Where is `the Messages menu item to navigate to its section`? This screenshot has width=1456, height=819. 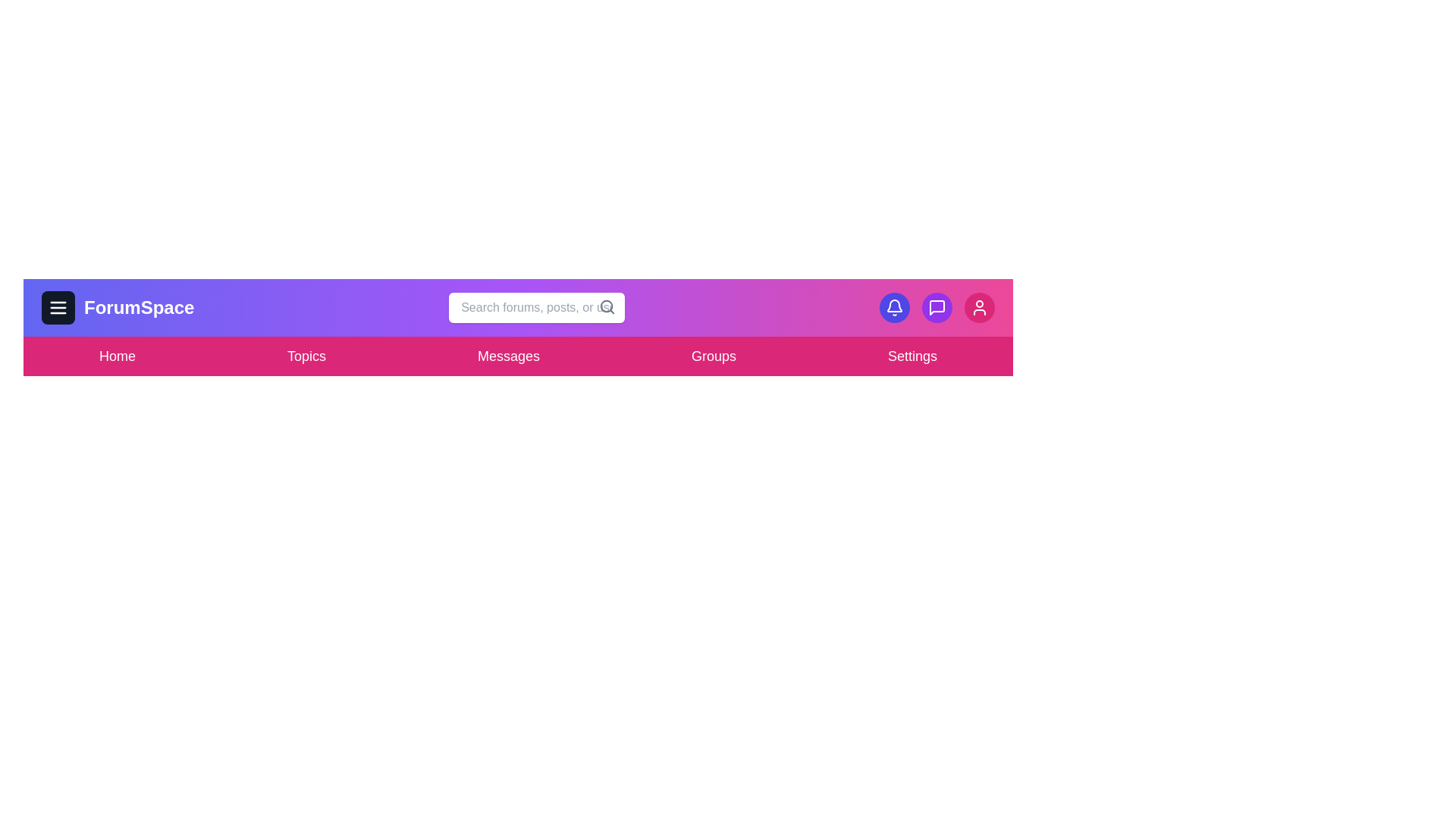
the Messages menu item to navigate to its section is located at coordinates (509, 356).